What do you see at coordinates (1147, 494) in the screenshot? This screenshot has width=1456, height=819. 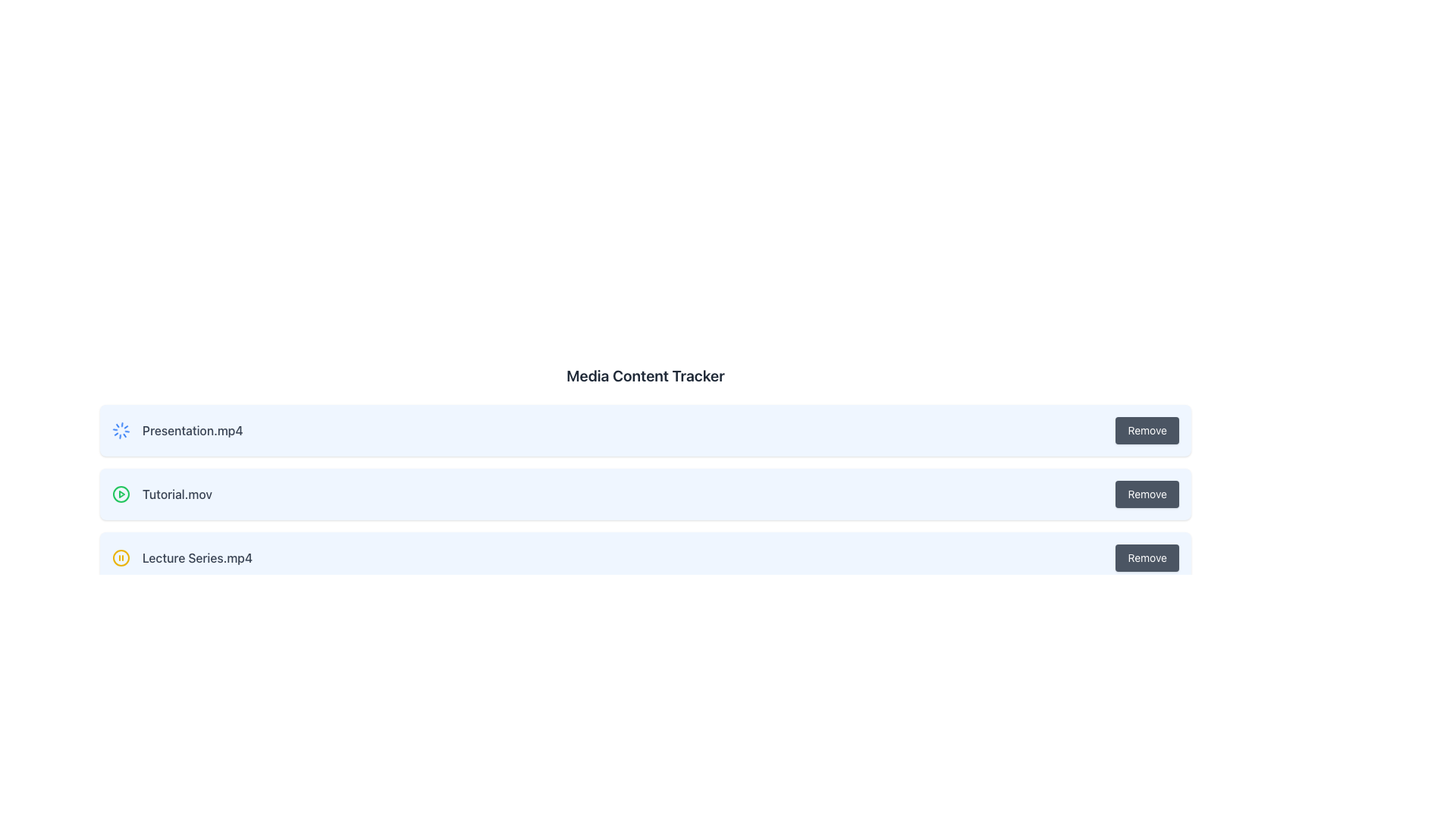 I see `the 'Remove' button associated with the file entry 'Tutorial.mov'` at bounding box center [1147, 494].